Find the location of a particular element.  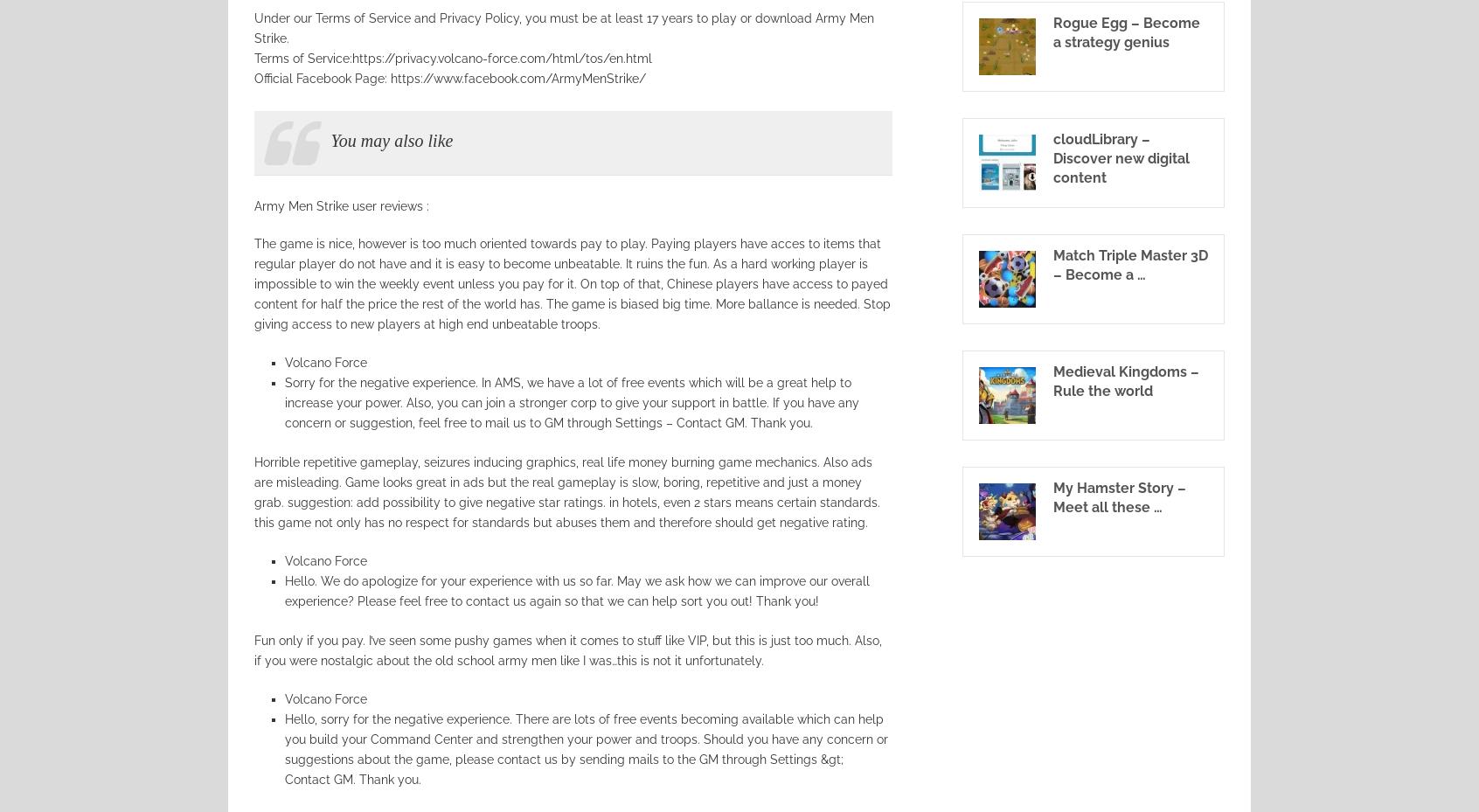

'cloudLibrary – Discover new digital content' is located at coordinates (1053, 158).